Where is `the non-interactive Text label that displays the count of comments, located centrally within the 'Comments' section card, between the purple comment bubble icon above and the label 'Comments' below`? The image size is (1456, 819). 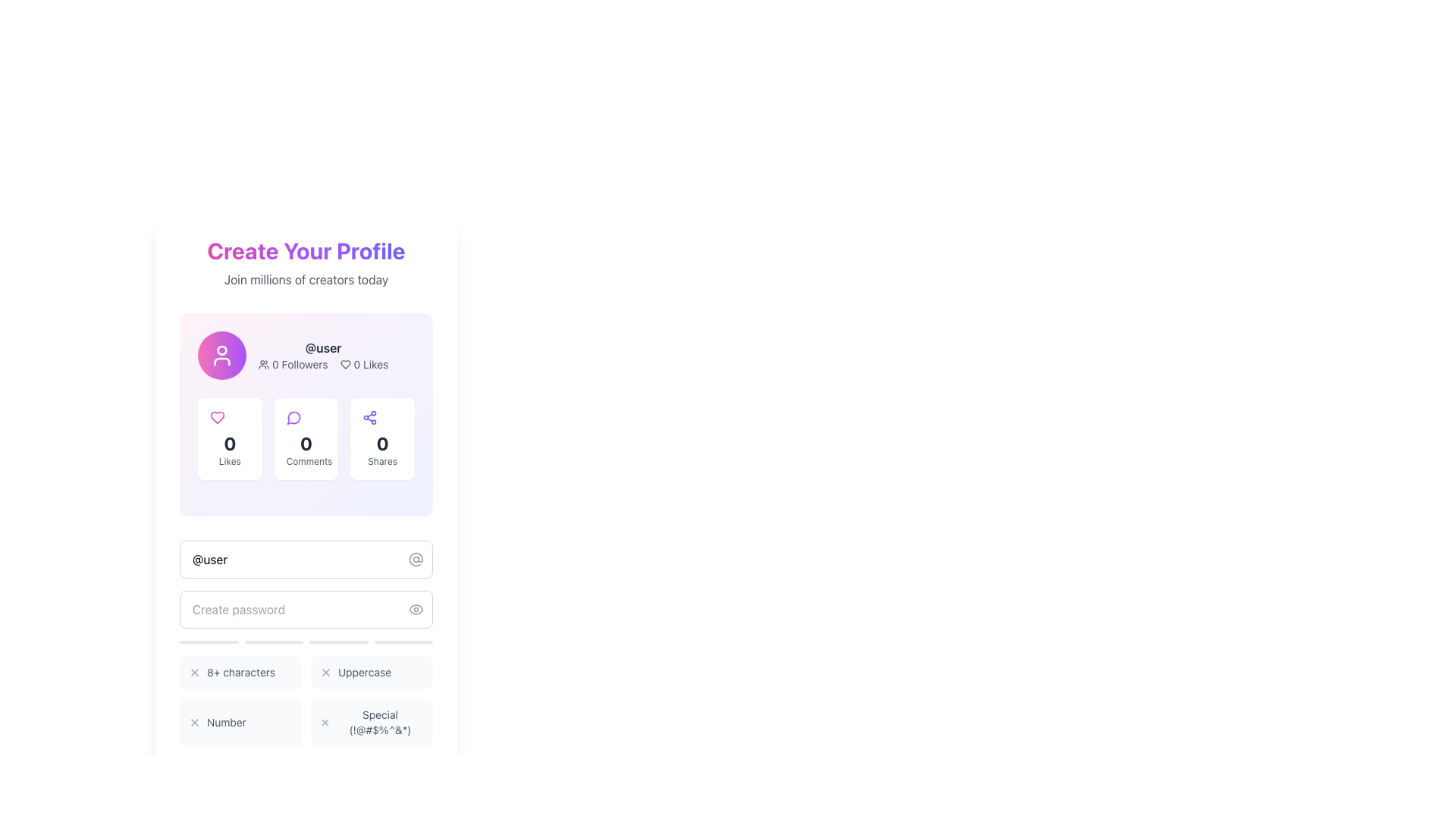
the non-interactive Text label that displays the count of comments, located centrally within the 'Comments' section card, between the purple comment bubble icon above and the label 'Comments' below is located at coordinates (305, 444).